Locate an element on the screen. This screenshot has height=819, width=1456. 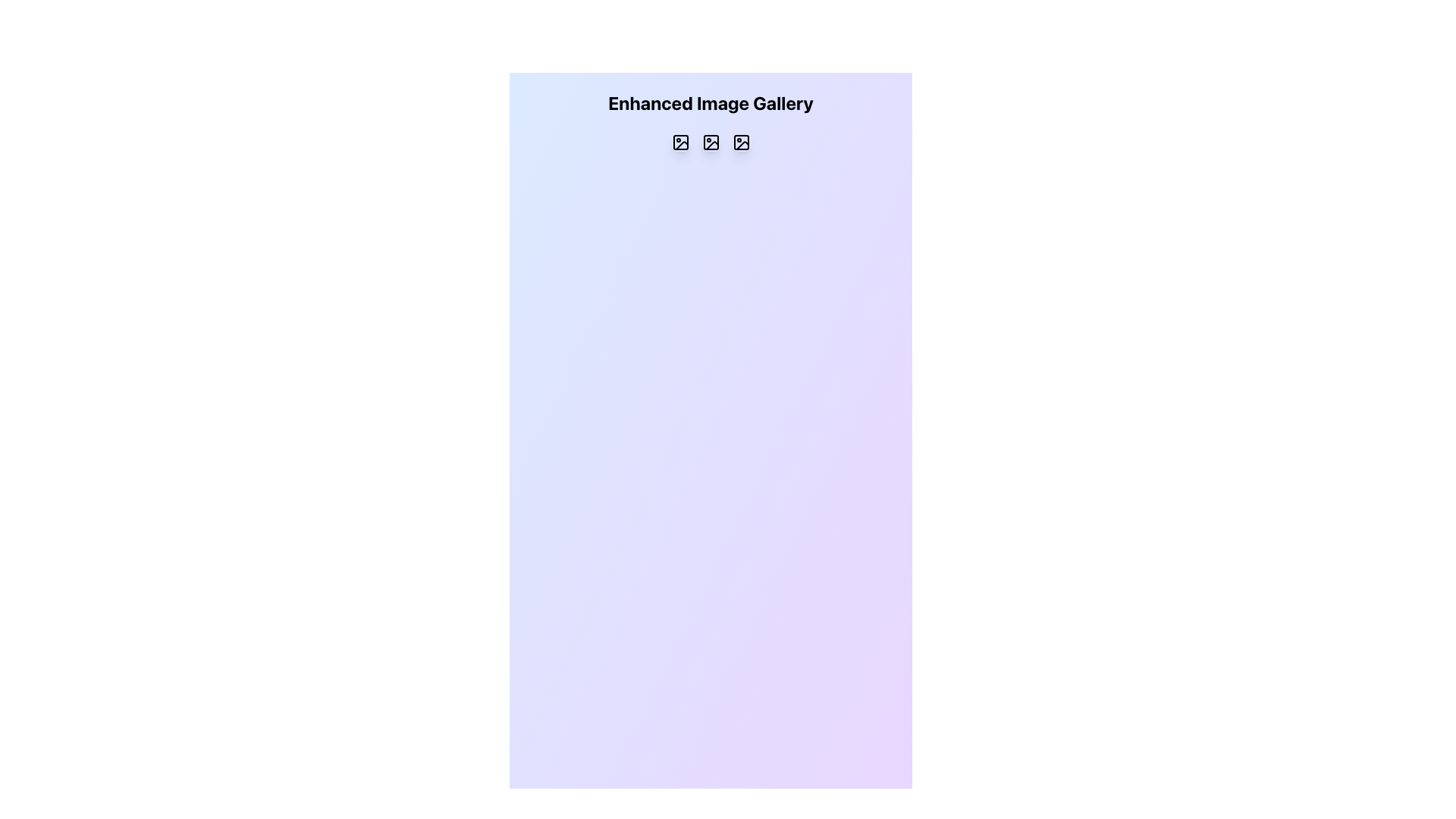
the second image placeholder icon located within the grid below the title 'Enhanced Image Gallery' is located at coordinates (710, 143).